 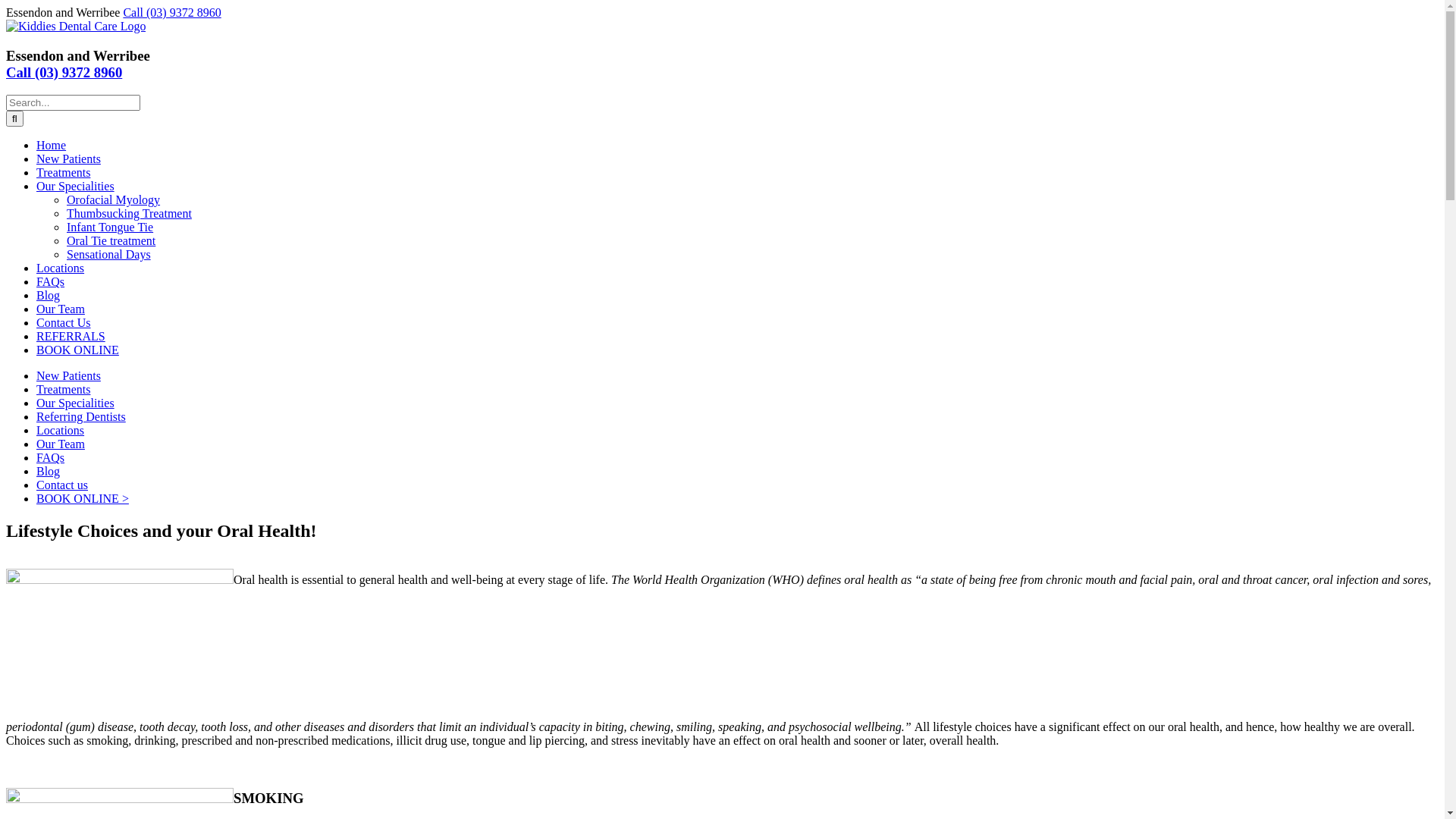 What do you see at coordinates (36, 158) in the screenshot?
I see `'New Patients'` at bounding box center [36, 158].